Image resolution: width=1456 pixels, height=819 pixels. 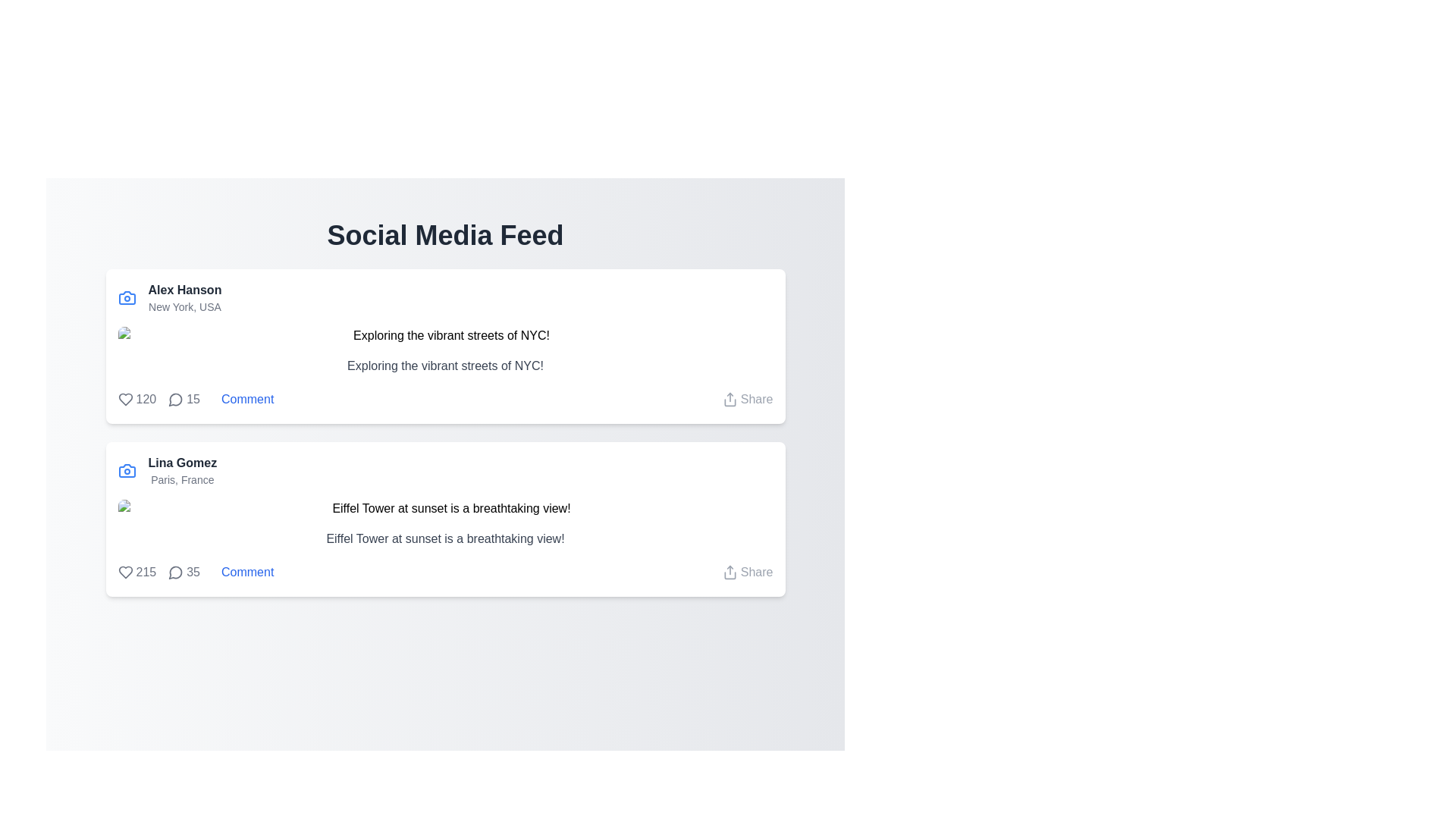 What do you see at coordinates (730, 399) in the screenshot?
I see `the share icon, which is represented by an upward arrow with a line extending from a rectangular base, located to the right of the 'Share' label` at bounding box center [730, 399].